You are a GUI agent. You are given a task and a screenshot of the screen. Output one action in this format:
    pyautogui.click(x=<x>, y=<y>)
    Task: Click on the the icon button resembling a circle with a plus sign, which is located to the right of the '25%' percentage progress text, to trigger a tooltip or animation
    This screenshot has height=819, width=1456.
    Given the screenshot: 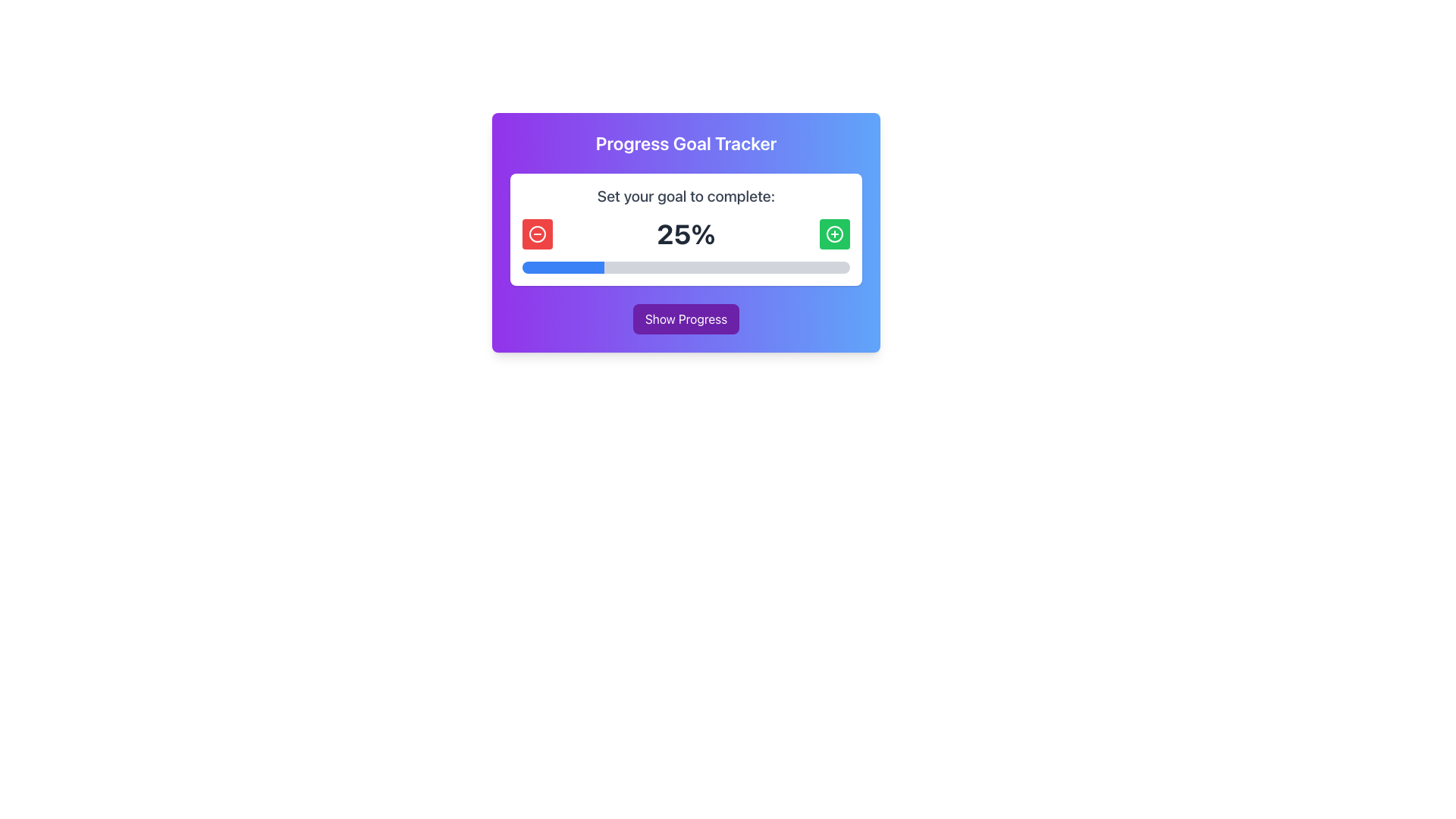 What is the action you would take?
    pyautogui.click(x=833, y=234)
    